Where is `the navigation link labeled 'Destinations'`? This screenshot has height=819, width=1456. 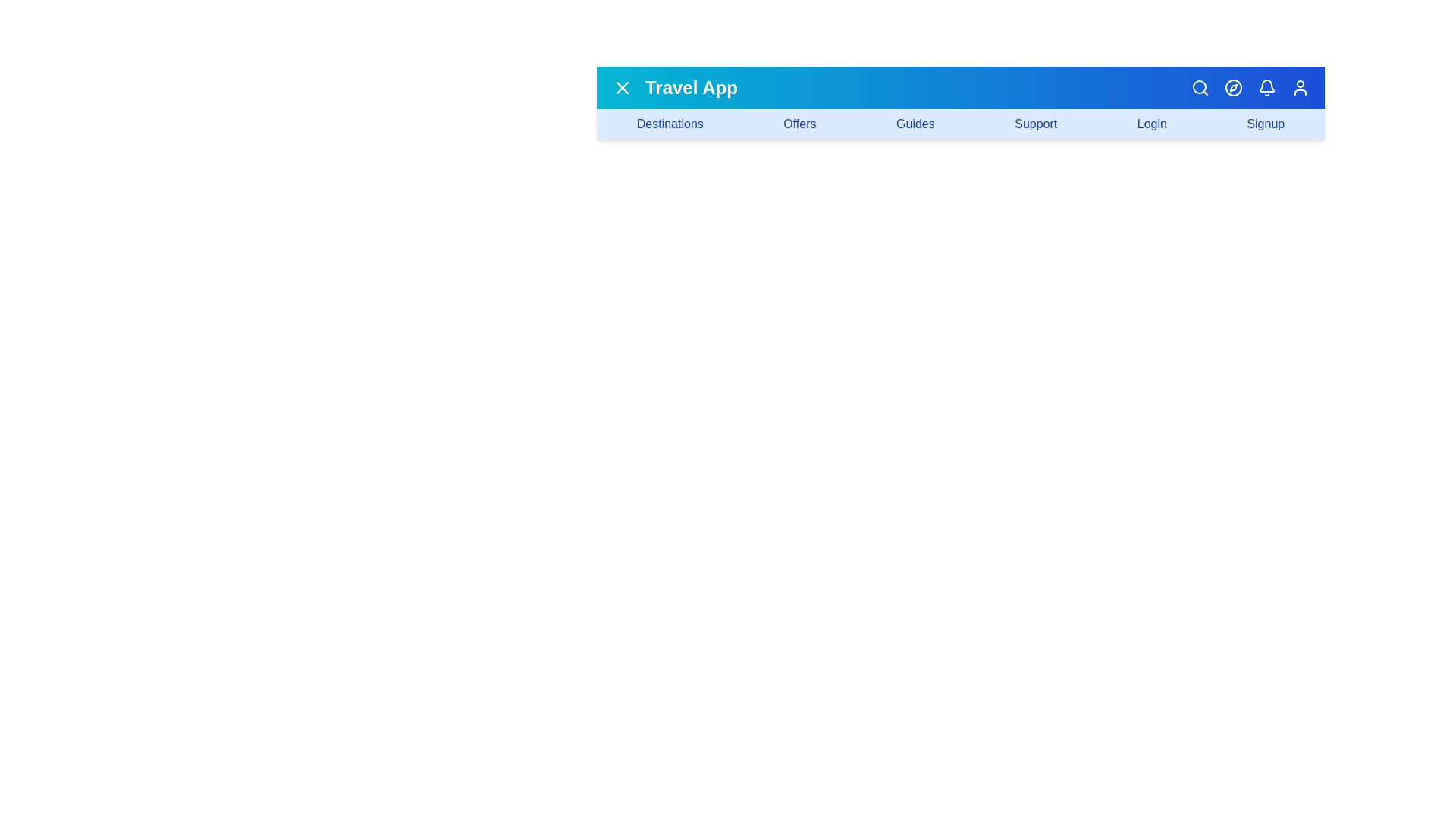 the navigation link labeled 'Destinations' is located at coordinates (669, 124).